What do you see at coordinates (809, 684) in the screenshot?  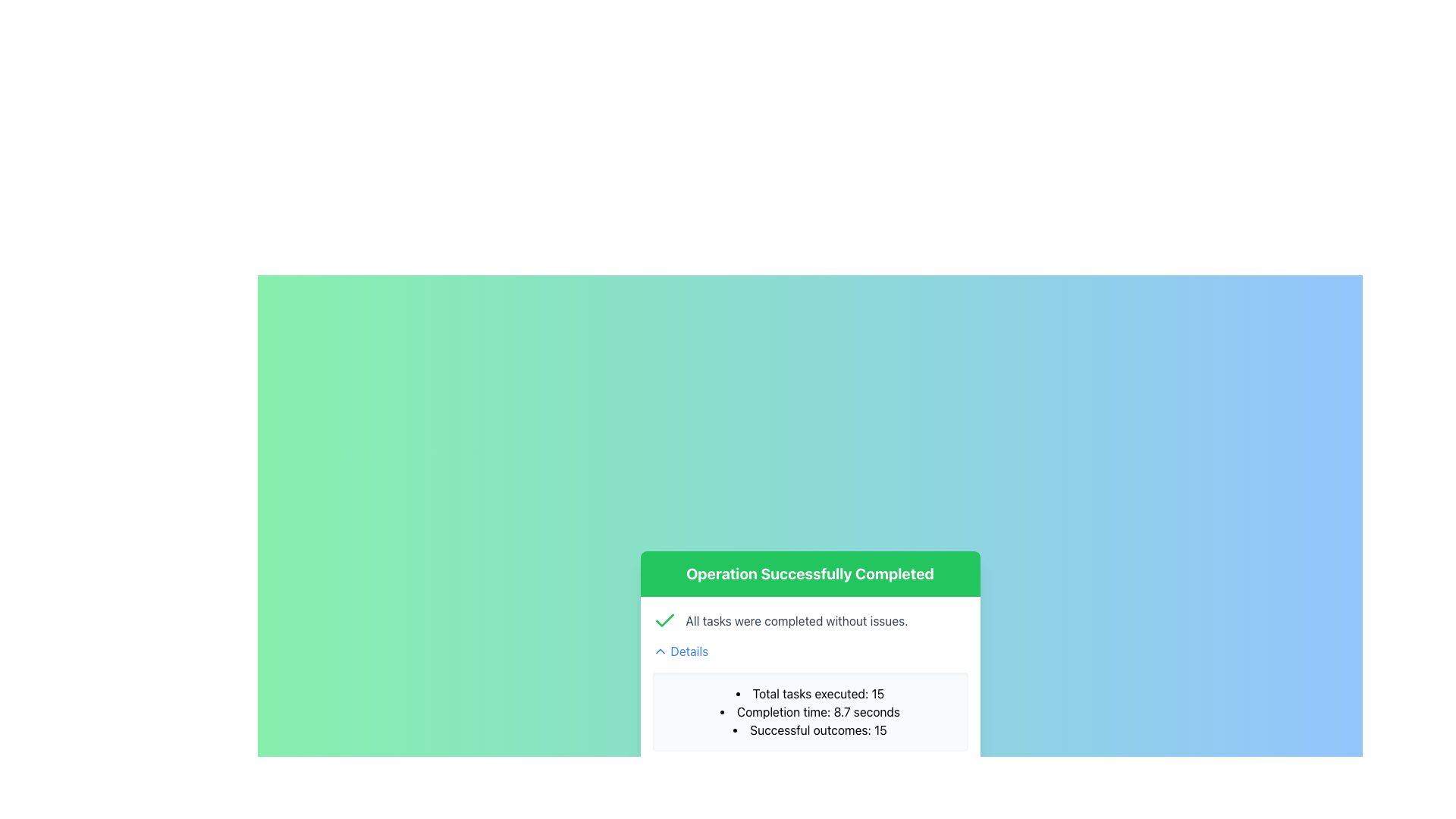 I see `the Informational Box that displays the operation results, located below the green header titled 'Operation Successfully Completed'` at bounding box center [809, 684].